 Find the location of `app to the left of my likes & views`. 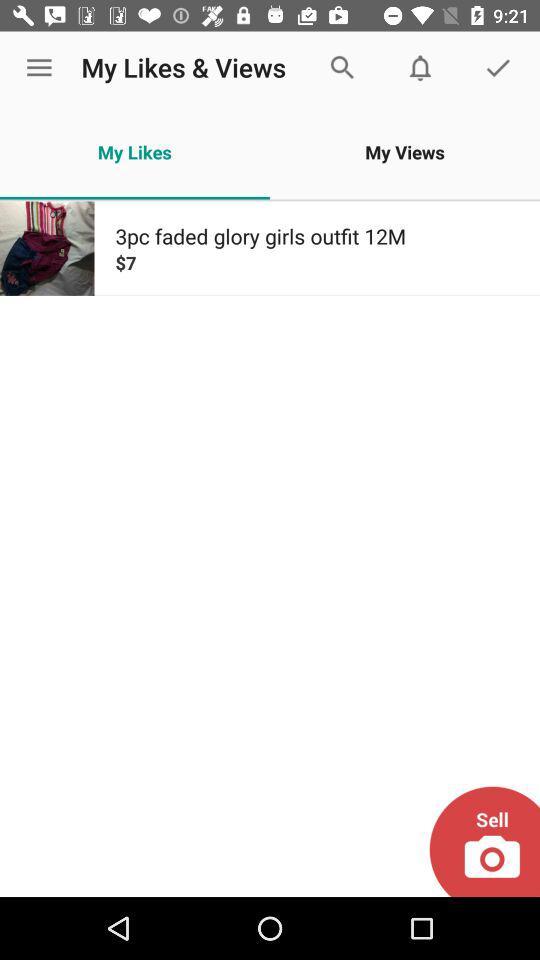

app to the left of my likes & views is located at coordinates (39, 68).